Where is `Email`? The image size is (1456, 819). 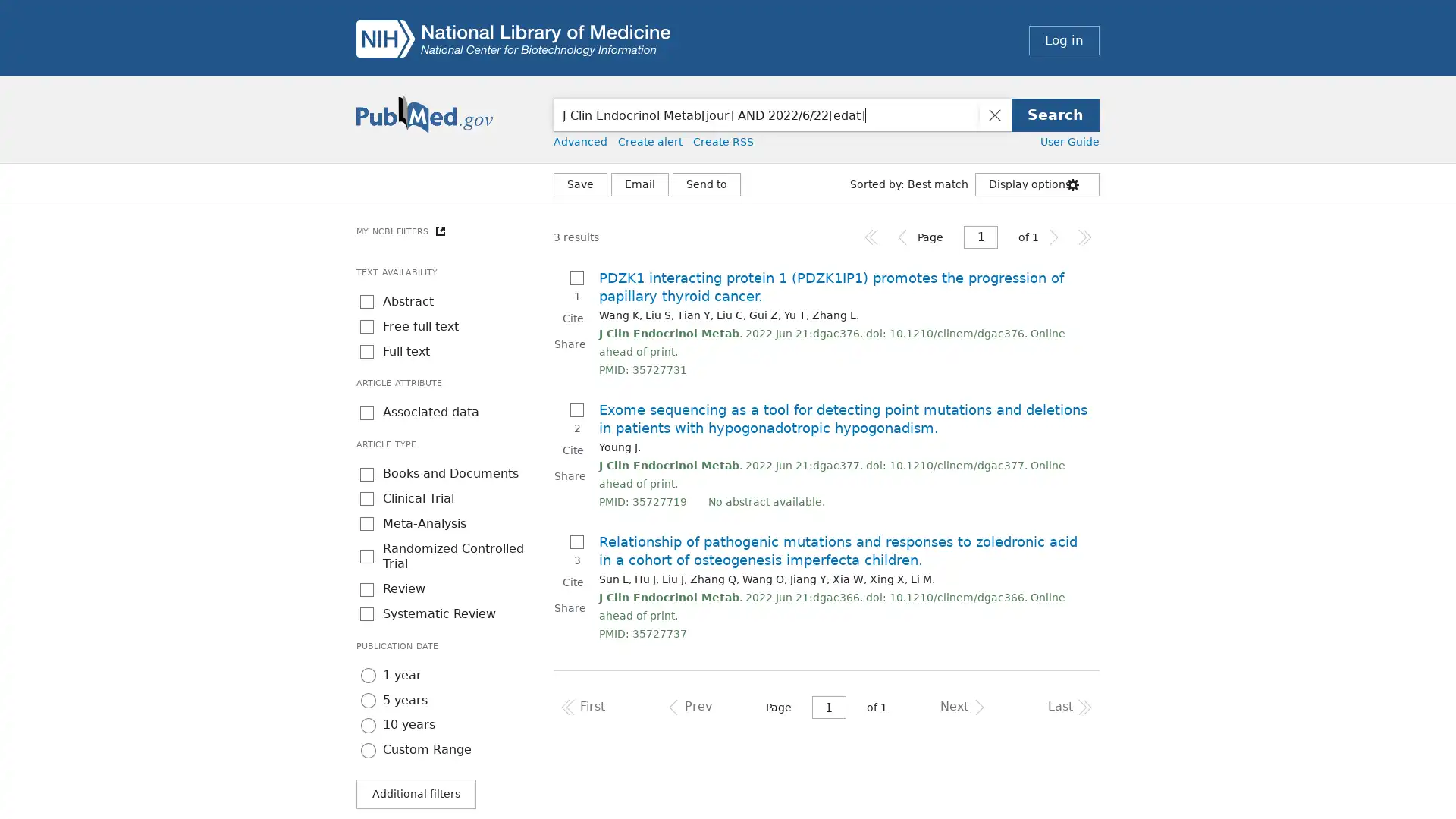 Email is located at coordinates (640, 184).